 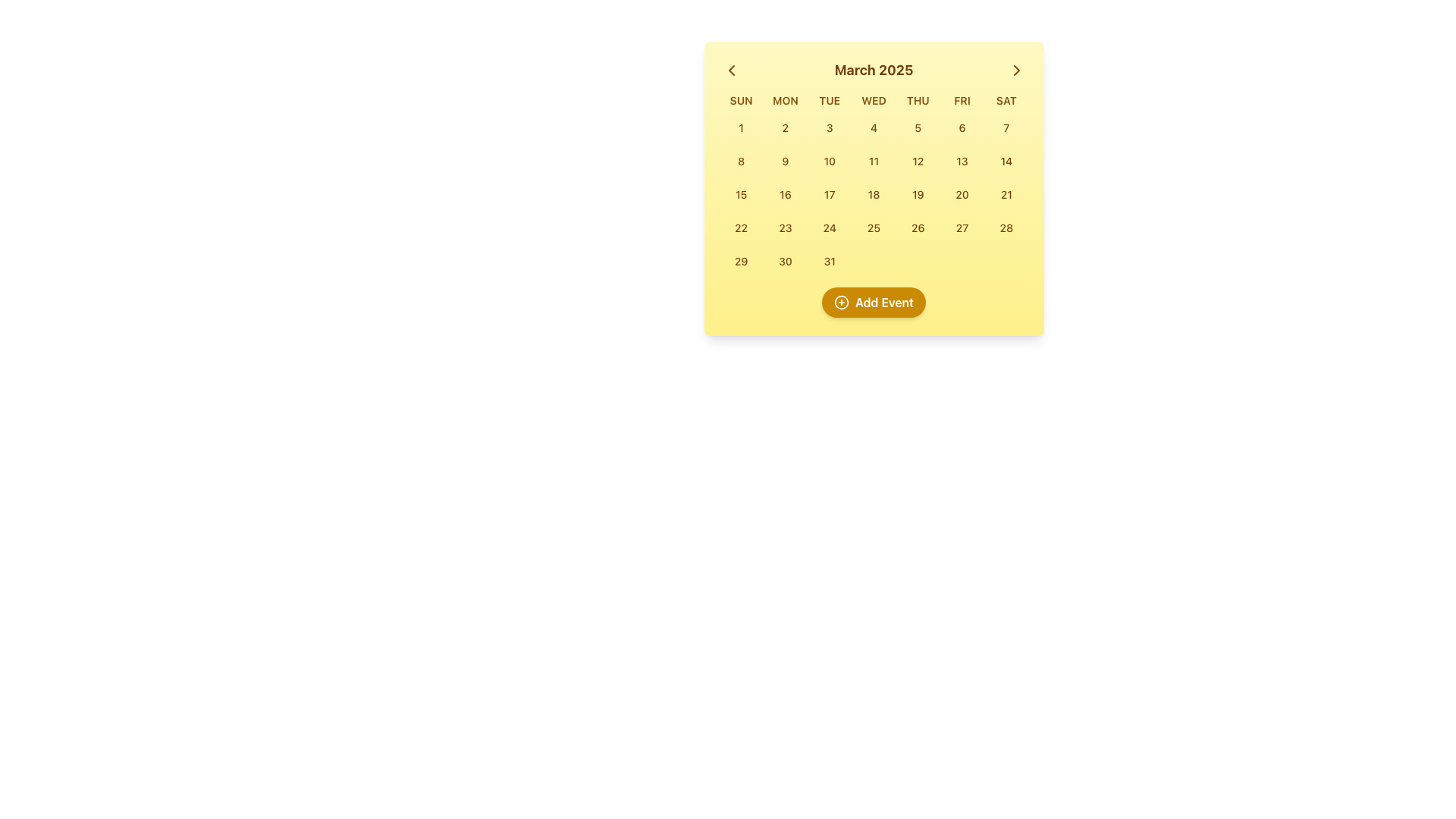 I want to click on the calendar day cell displaying the number '4' with a yellow background in the March 2025 calendar grid, so click(x=874, y=127).